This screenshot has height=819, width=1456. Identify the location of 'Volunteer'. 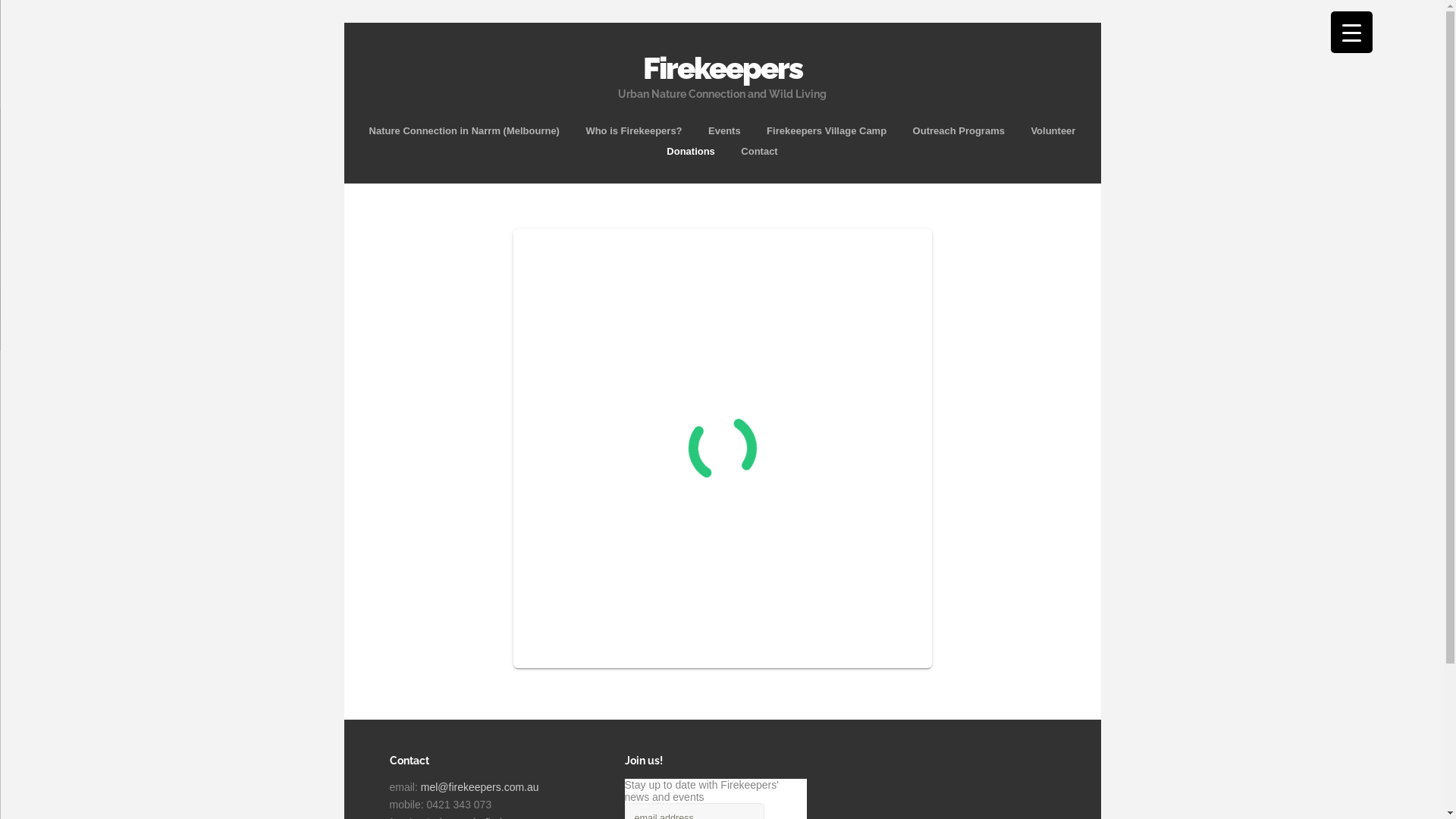
(1052, 130).